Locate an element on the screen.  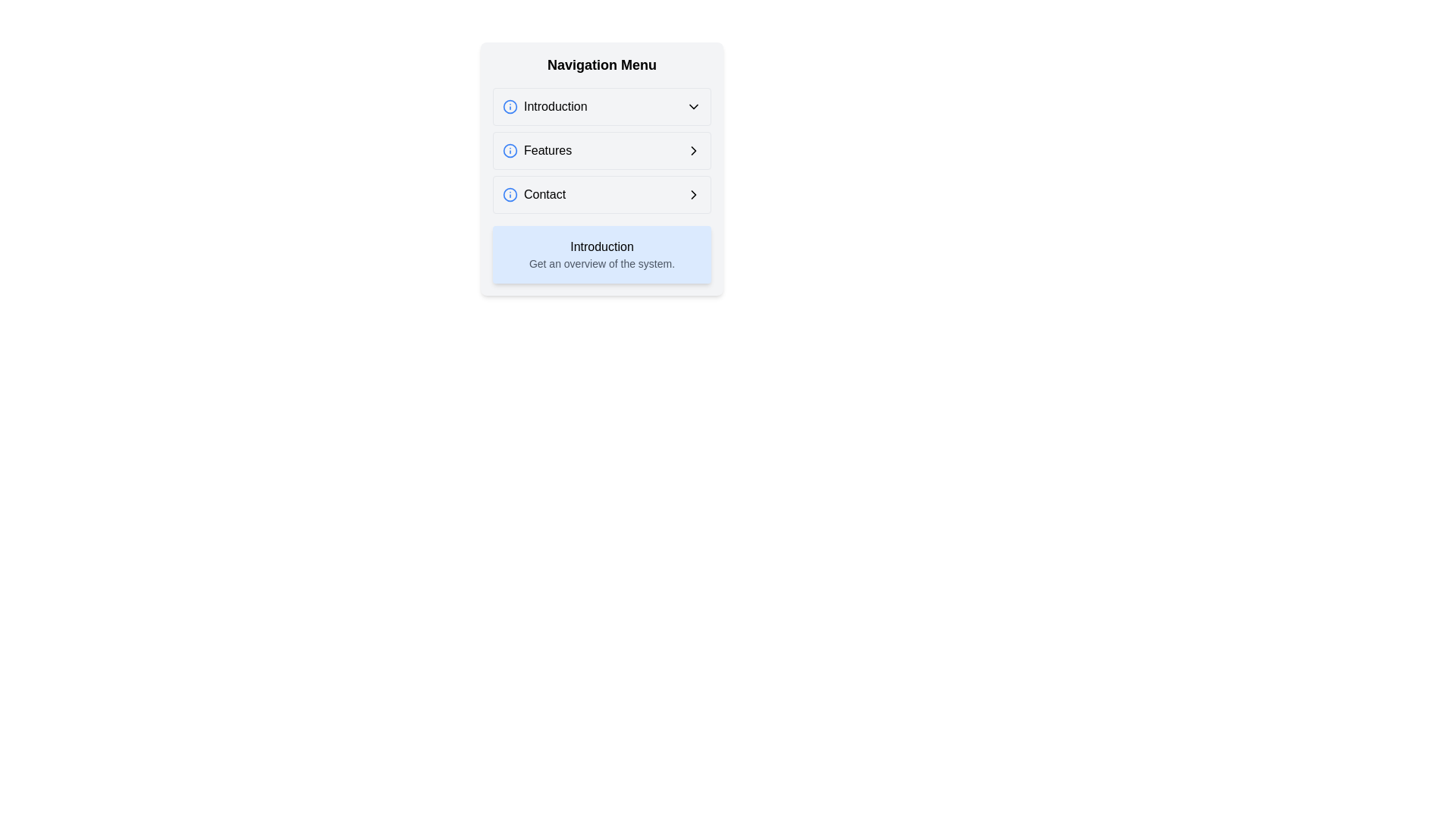
text label that displays 'Introduction', which is bold and centered within a light blue background in the Navigation Menu is located at coordinates (601, 246).